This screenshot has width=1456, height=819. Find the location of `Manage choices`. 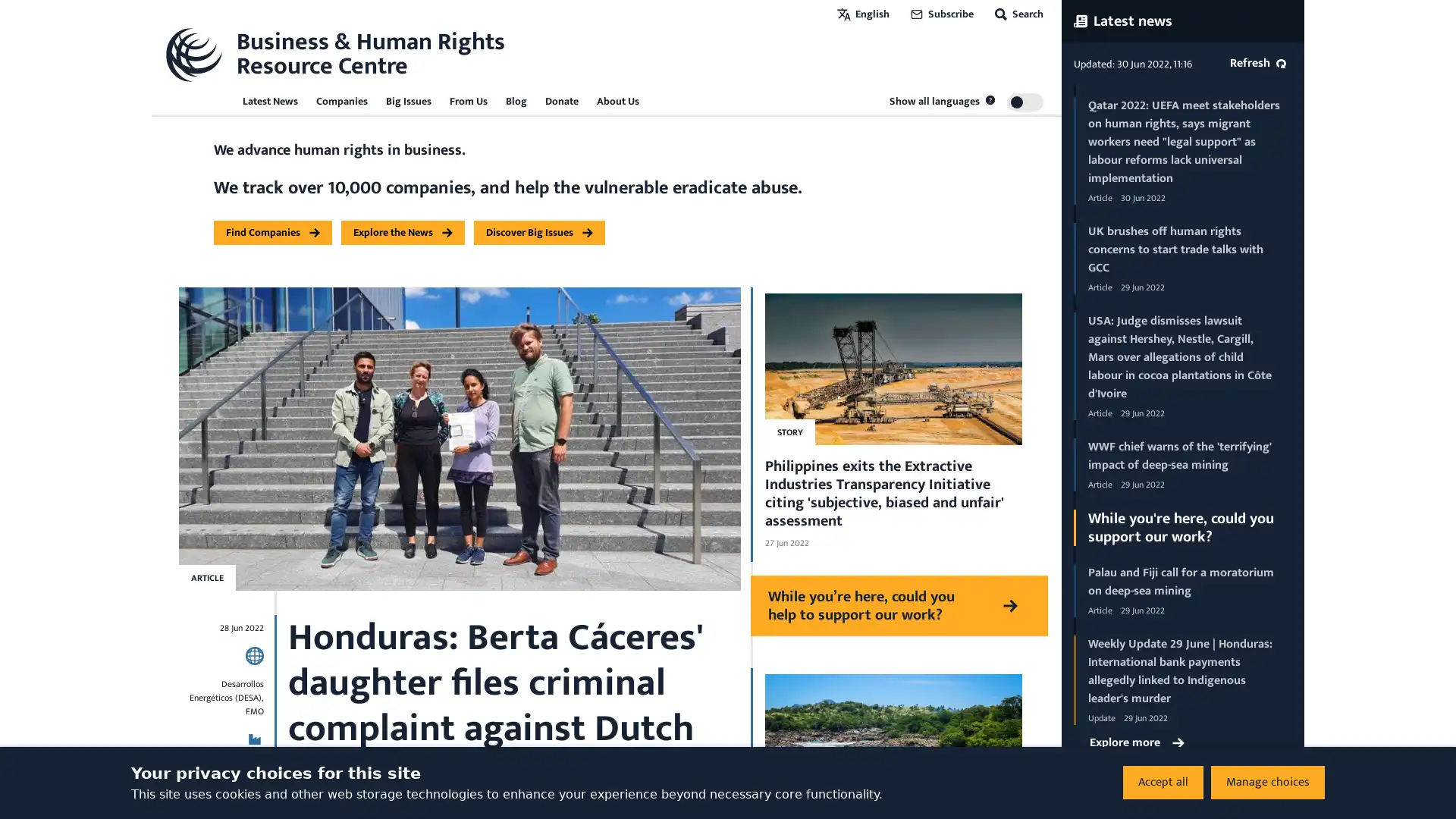

Manage choices is located at coordinates (1266, 783).